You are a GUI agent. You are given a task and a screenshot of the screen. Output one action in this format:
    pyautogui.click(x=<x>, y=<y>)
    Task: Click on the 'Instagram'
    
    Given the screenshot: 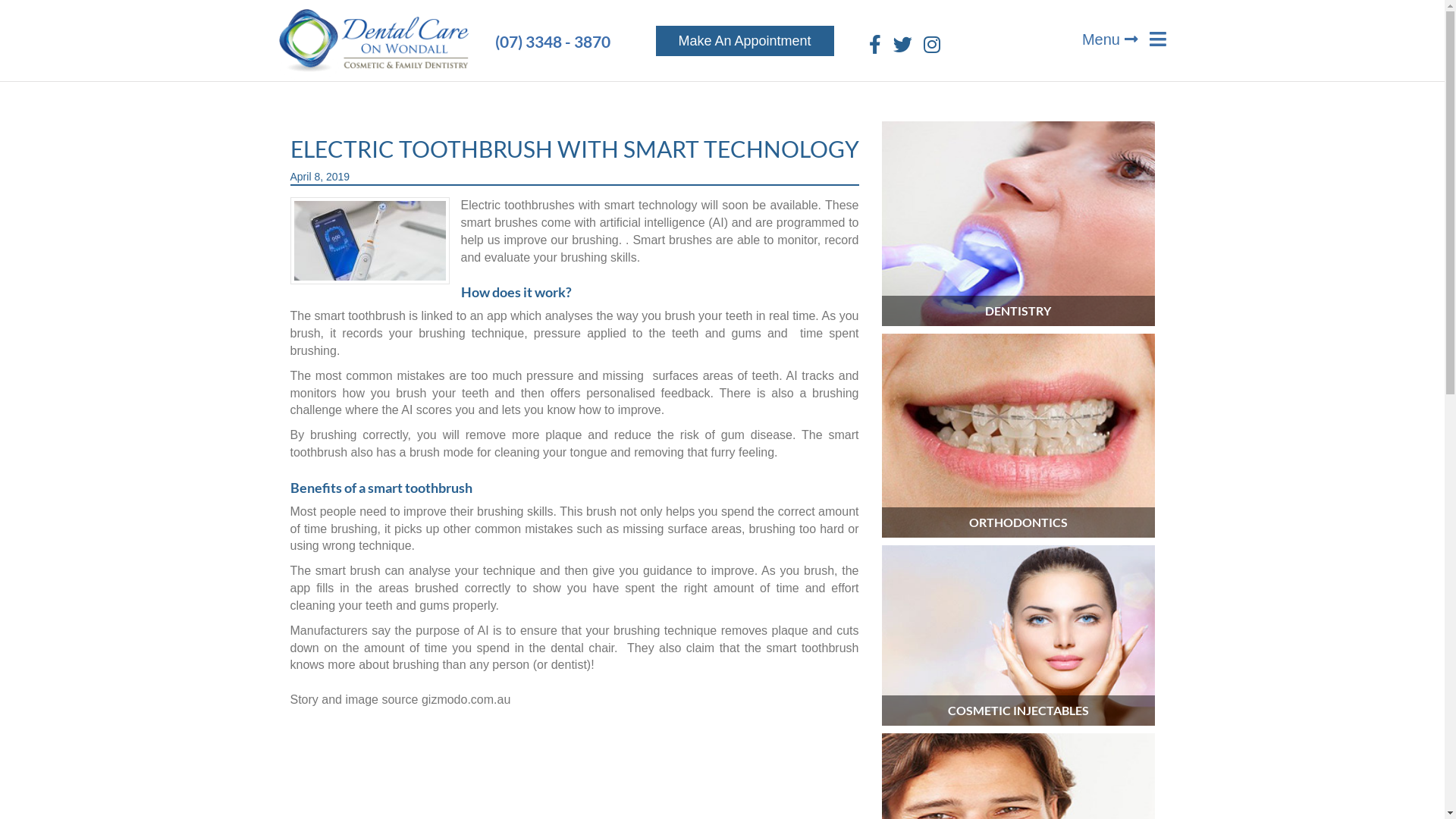 What is the action you would take?
    pyautogui.click(x=930, y=43)
    